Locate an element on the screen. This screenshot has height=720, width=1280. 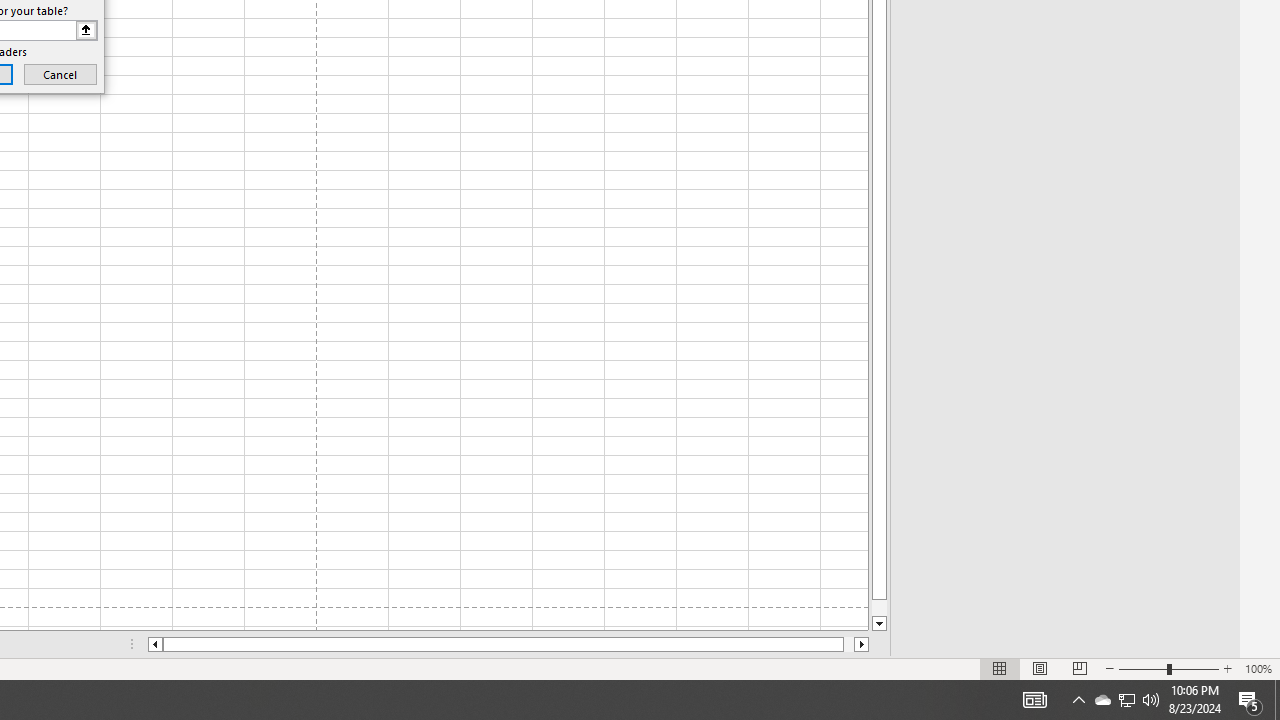
'Zoom' is located at coordinates (1168, 669).